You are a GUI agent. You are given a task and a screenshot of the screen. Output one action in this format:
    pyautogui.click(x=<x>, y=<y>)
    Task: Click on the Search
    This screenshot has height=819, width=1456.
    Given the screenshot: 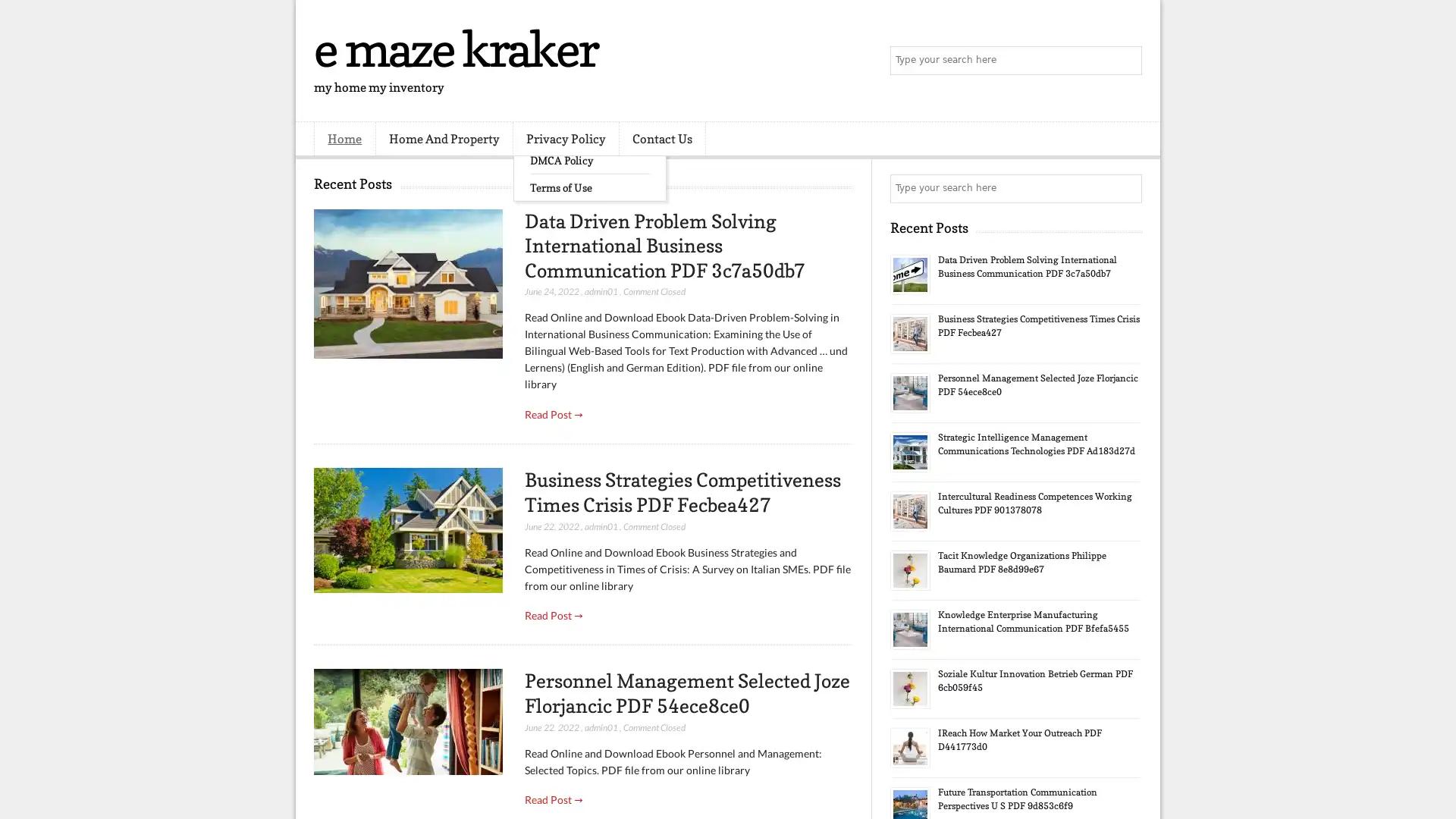 What is the action you would take?
    pyautogui.click(x=1126, y=61)
    